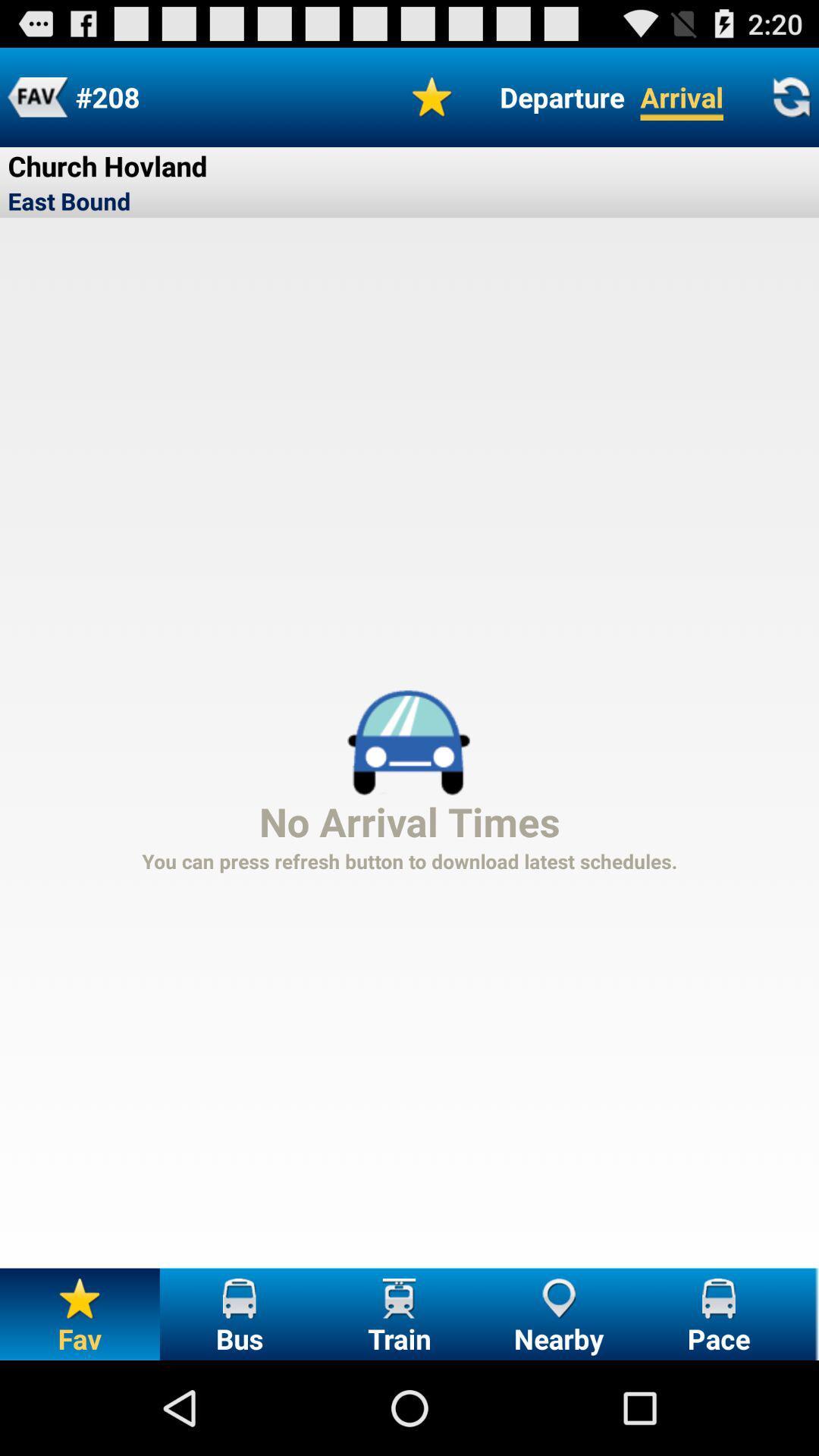 The width and height of the screenshot is (819, 1456). Describe the element at coordinates (432, 96) in the screenshot. I see `app to the right of #208 app` at that location.